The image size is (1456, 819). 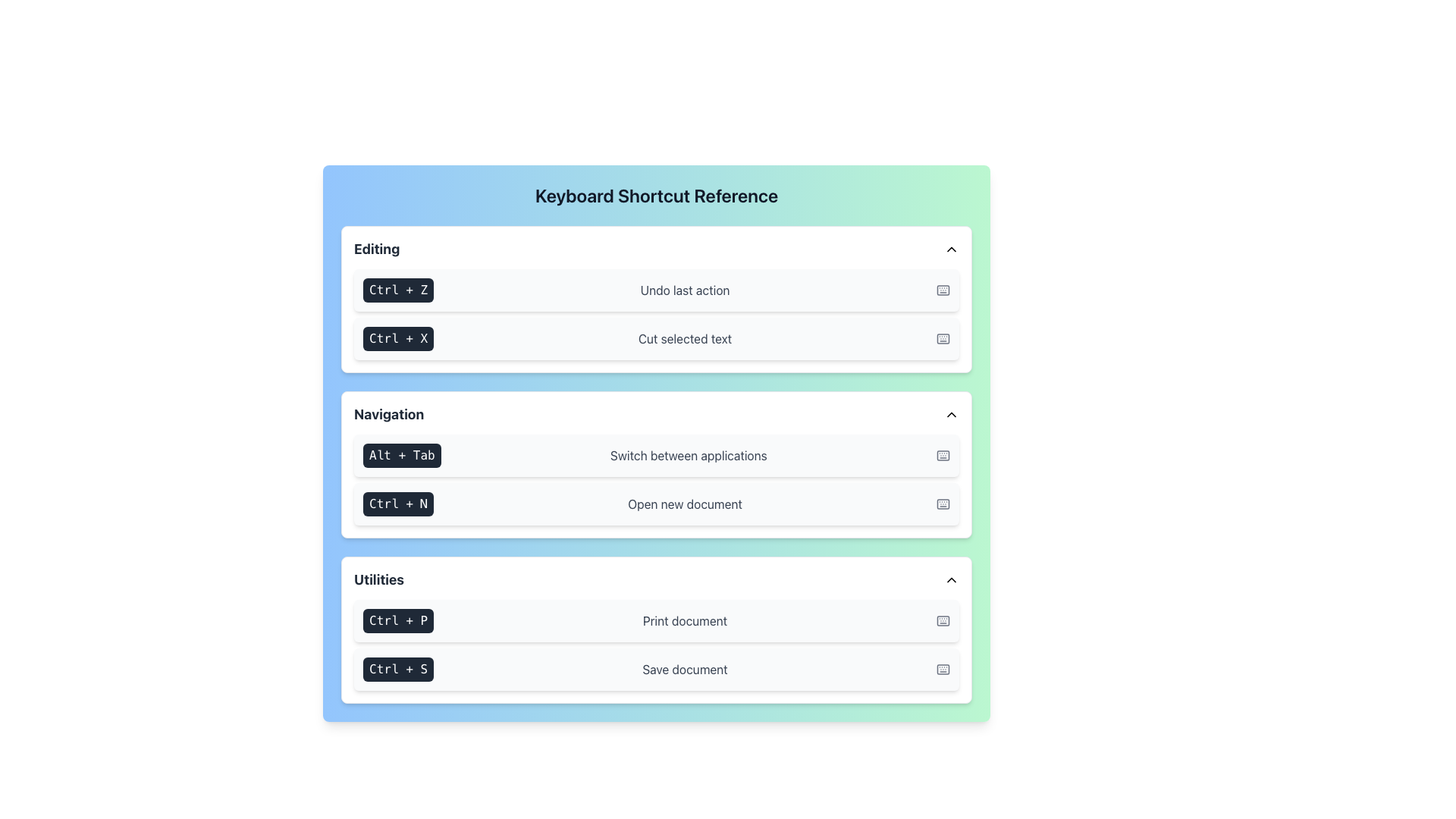 I want to click on static text label that says 'Open new document', which is centrally aligned in the navigation section of the shortcut instructions grid, so click(x=684, y=504).